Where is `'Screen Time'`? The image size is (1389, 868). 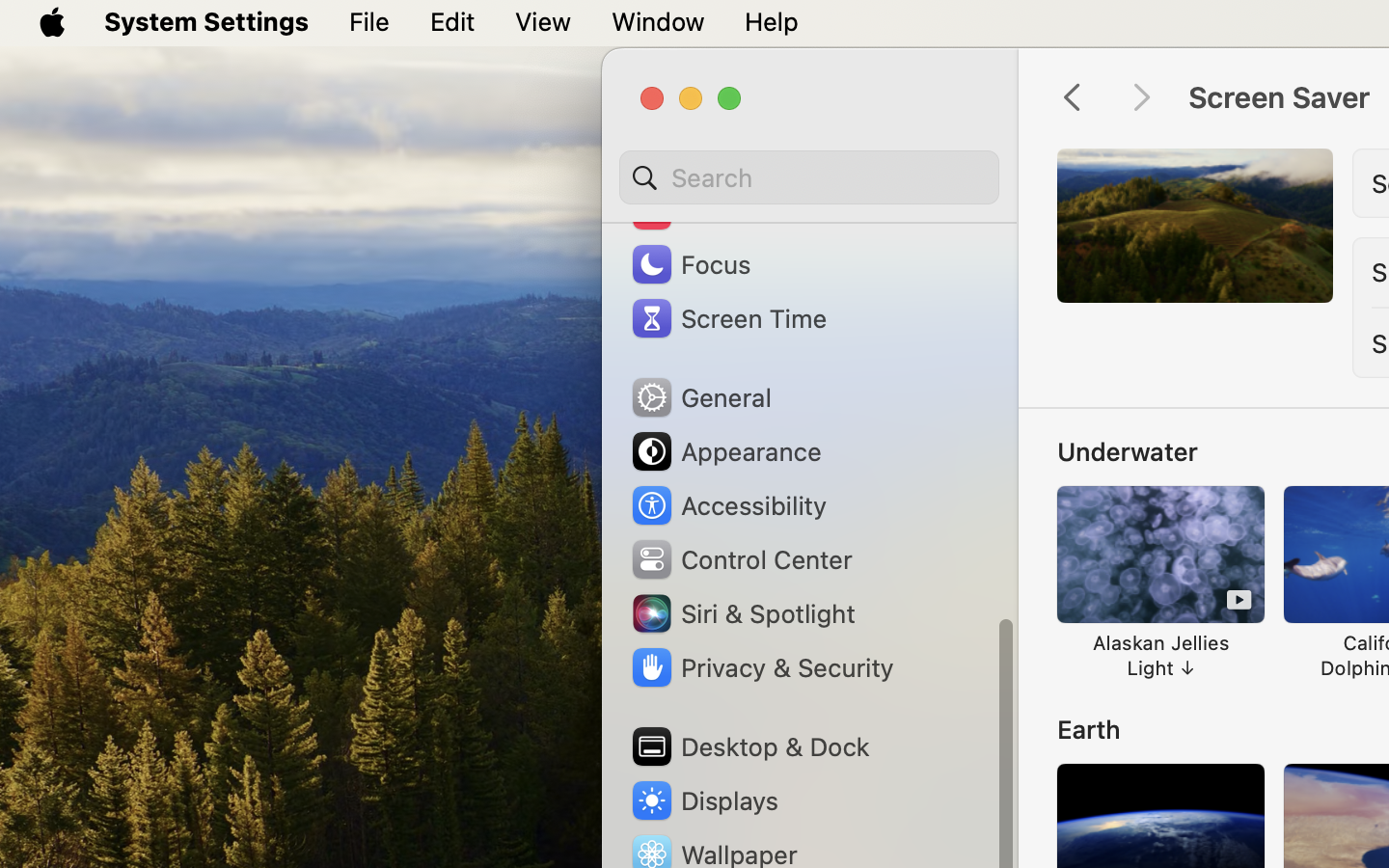
'Screen Time' is located at coordinates (726, 317).